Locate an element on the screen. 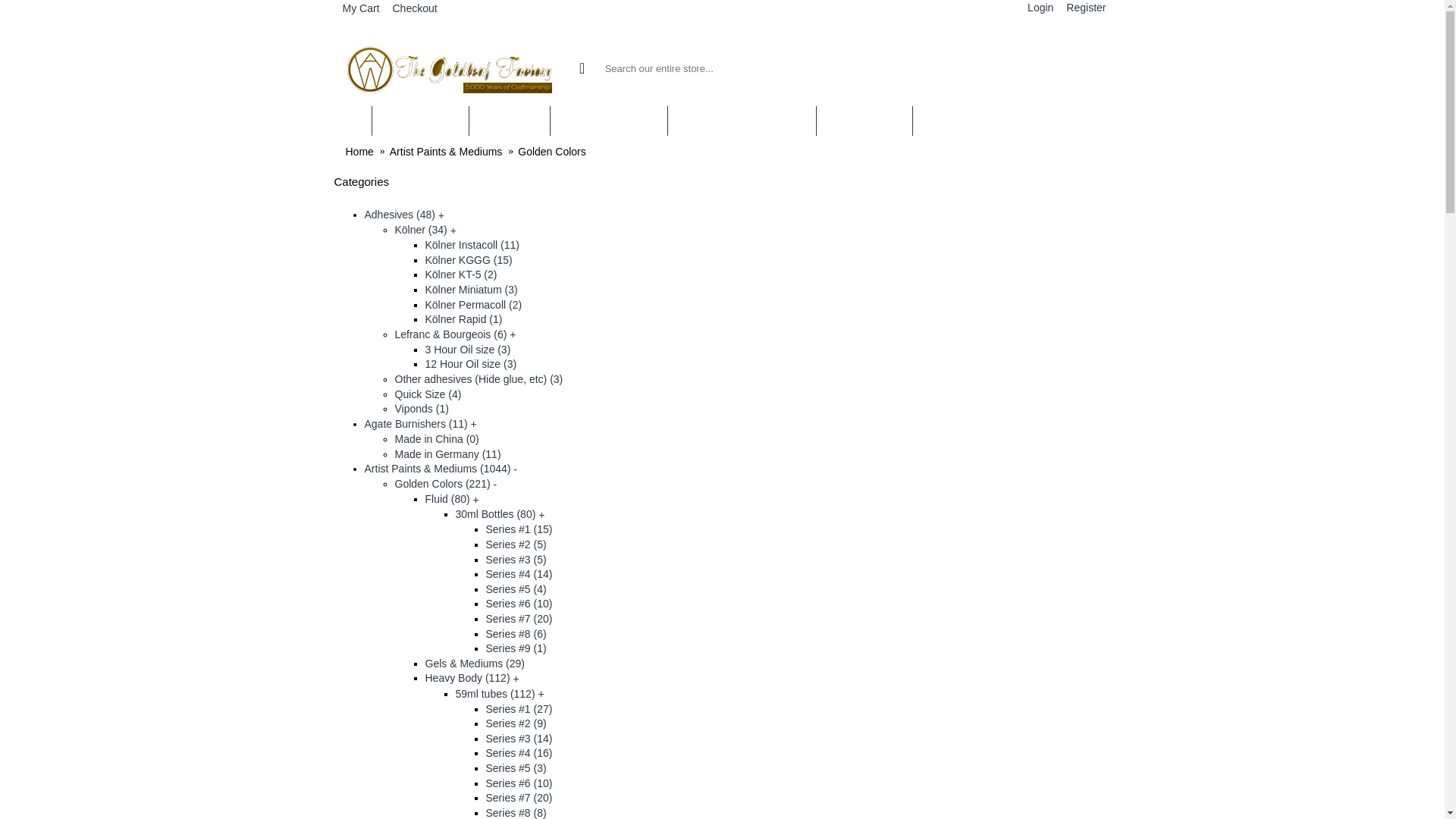 Image resolution: width=1456 pixels, height=819 pixels. 'Series #2 (9)' is located at coordinates (516, 722).